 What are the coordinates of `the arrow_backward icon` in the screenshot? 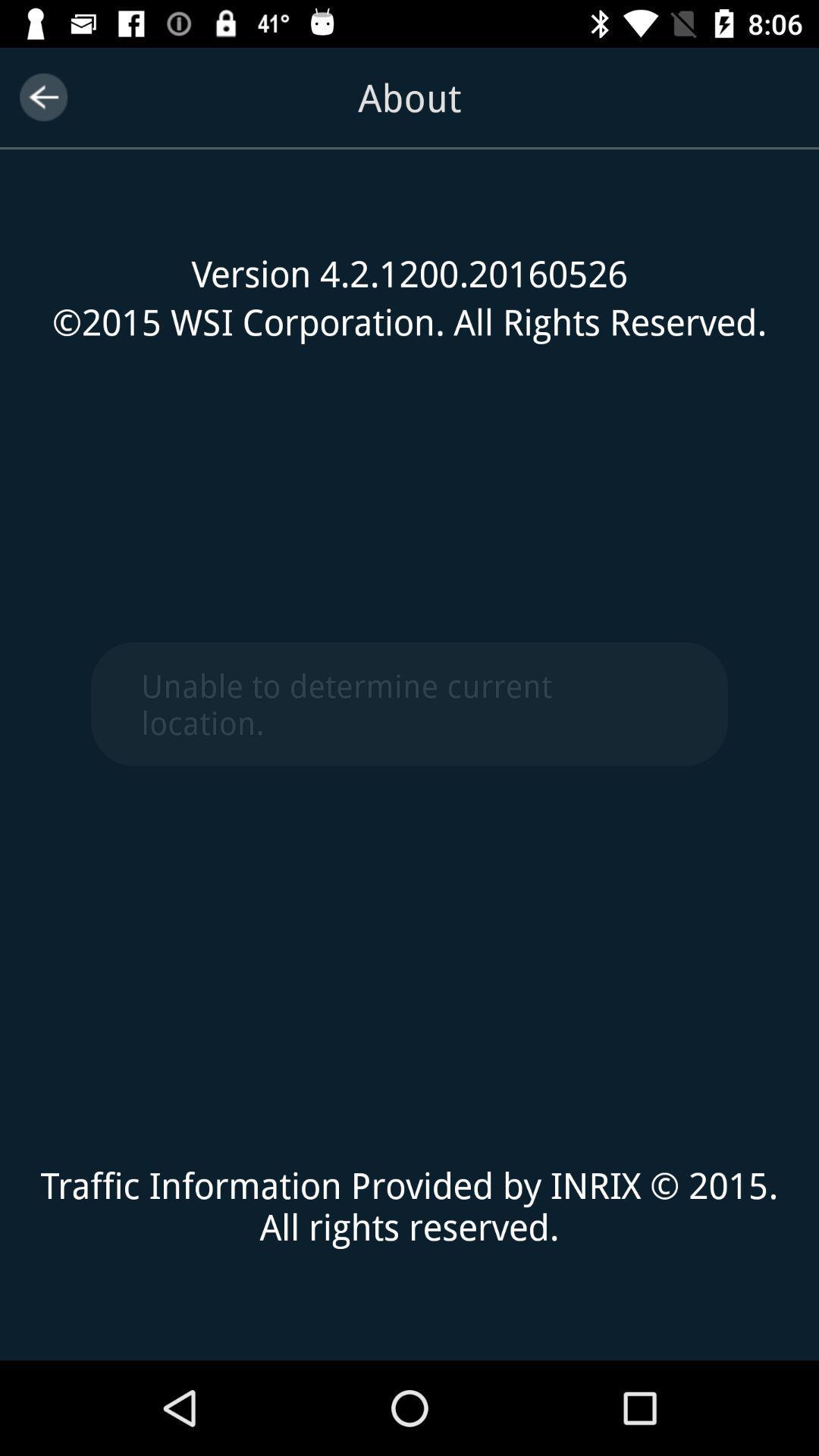 It's located at (42, 96).